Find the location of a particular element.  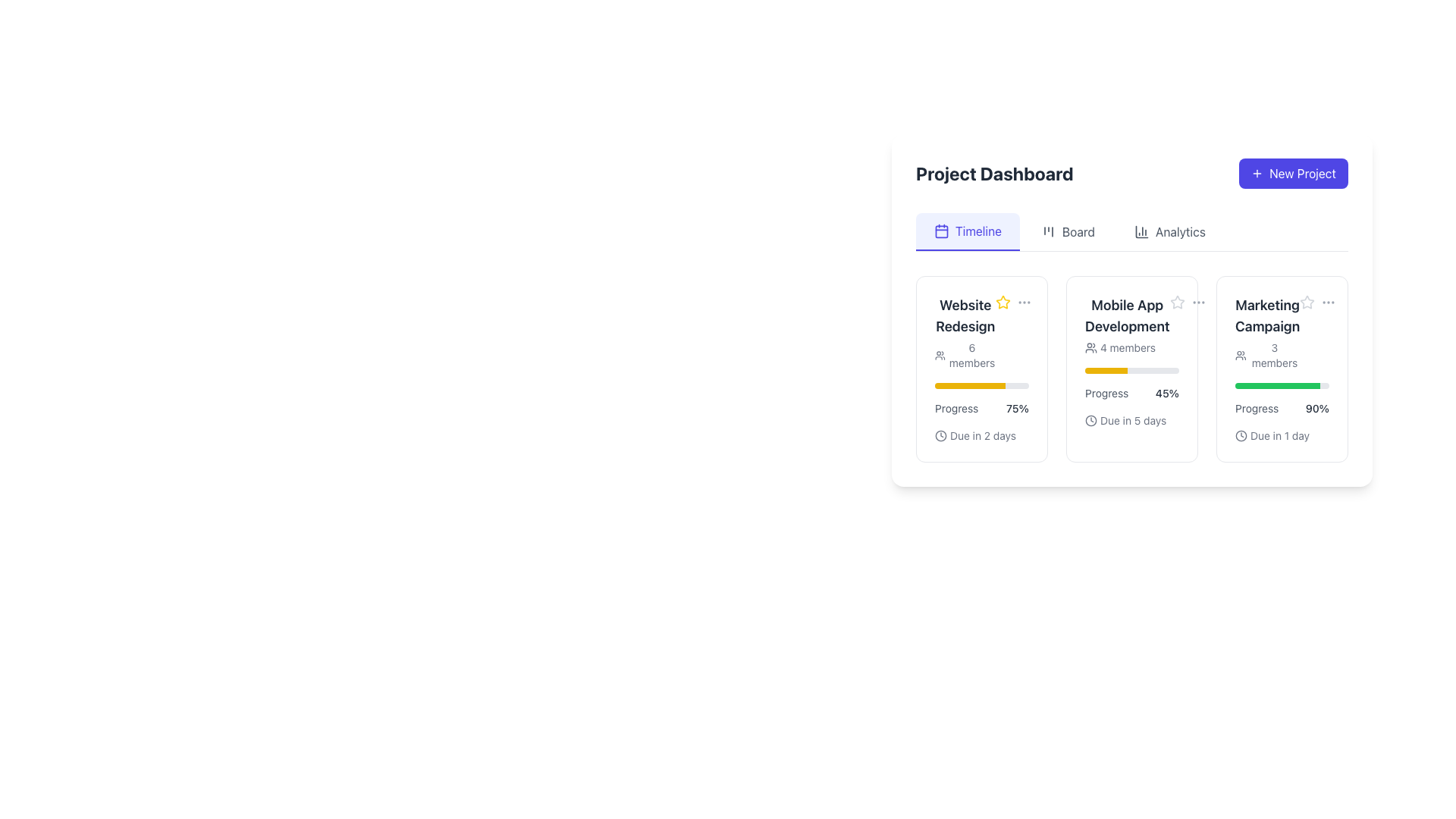

the filled section of the Progress bar located within the 'Website Redesign' card, directly below the 'Progress' label and the percentage text '75% is located at coordinates (969, 385).